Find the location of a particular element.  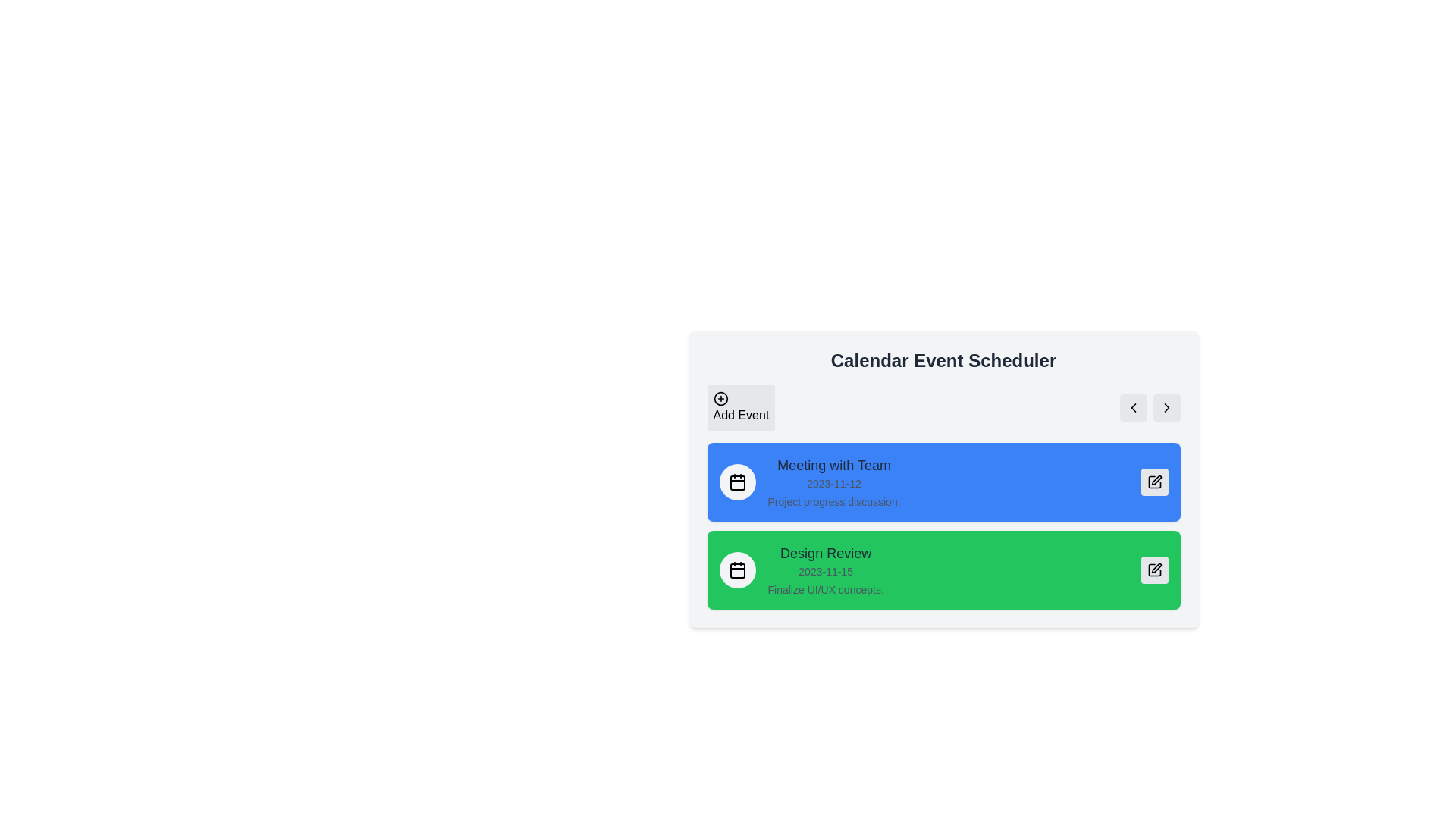

the black outline calendar icon within the green circular background, which represents the 'Design Review' event entry in the 'Calendar Event Scheduler' is located at coordinates (737, 570).